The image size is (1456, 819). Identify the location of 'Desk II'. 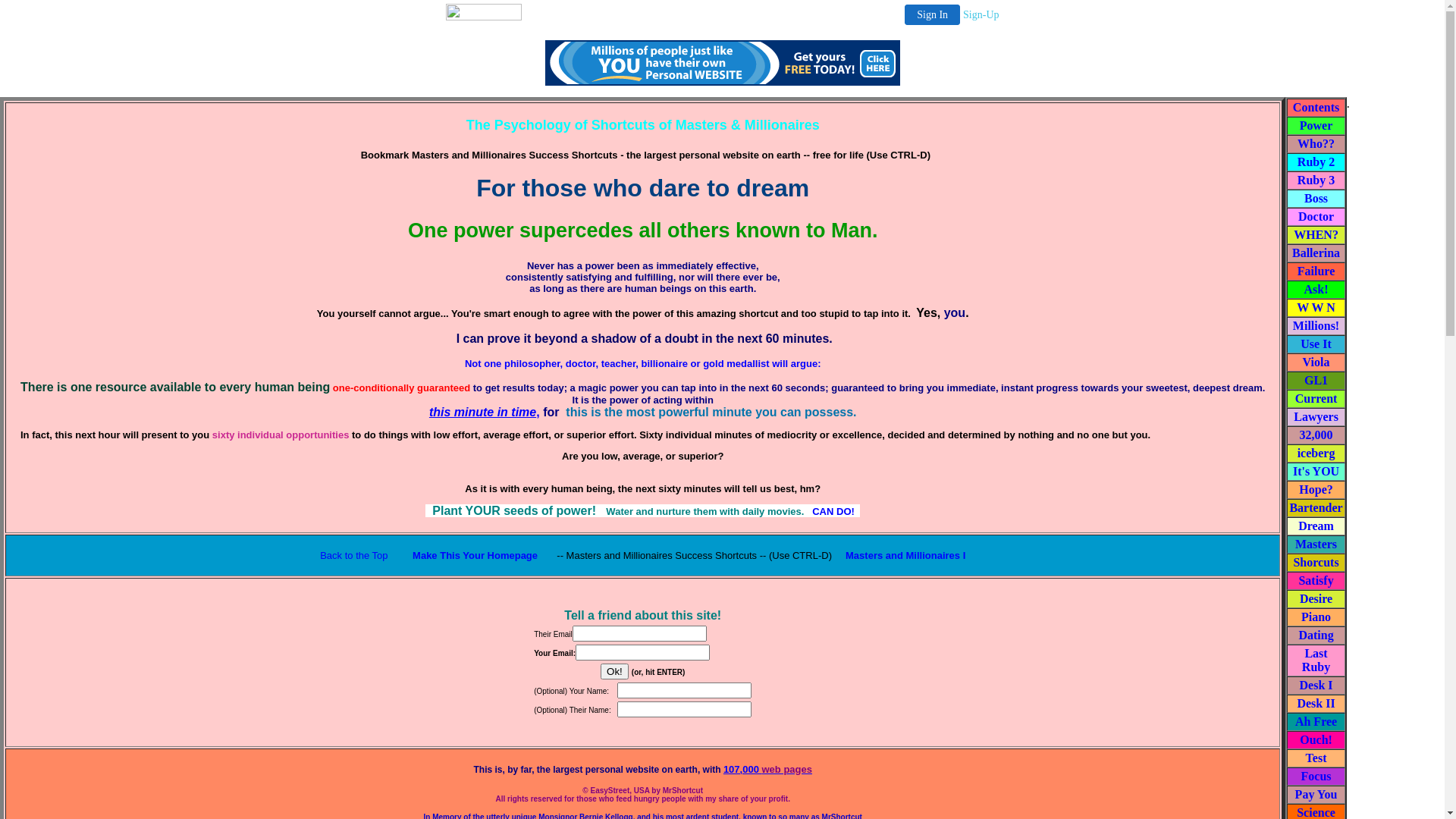
(1295, 703).